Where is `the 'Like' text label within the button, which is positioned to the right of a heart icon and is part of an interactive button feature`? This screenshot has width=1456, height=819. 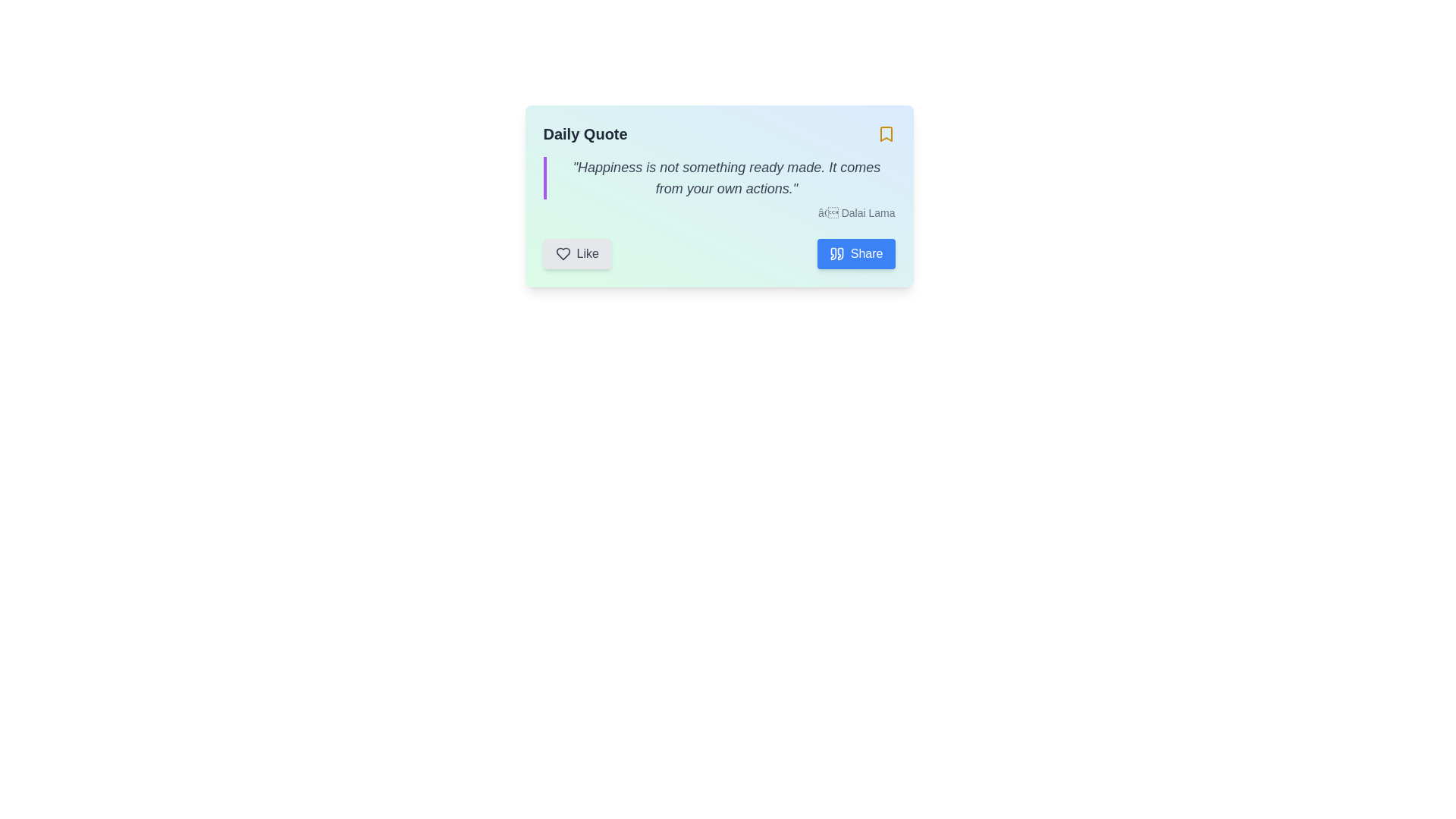 the 'Like' text label within the button, which is positioned to the right of a heart icon and is part of an interactive button feature is located at coordinates (587, 253).